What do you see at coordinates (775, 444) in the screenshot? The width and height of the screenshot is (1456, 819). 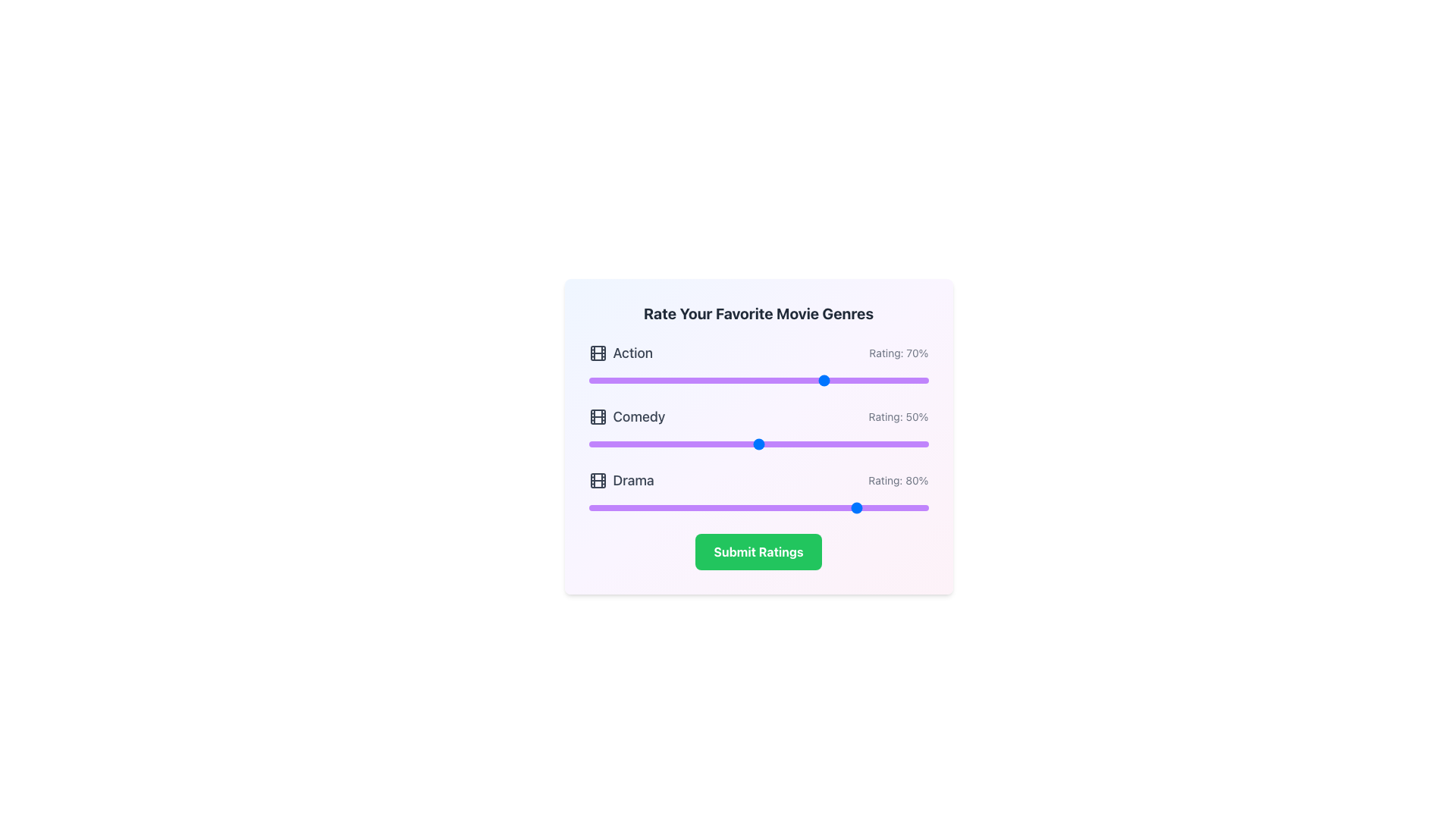 I see `the slider` at bounding box center [775, 444].